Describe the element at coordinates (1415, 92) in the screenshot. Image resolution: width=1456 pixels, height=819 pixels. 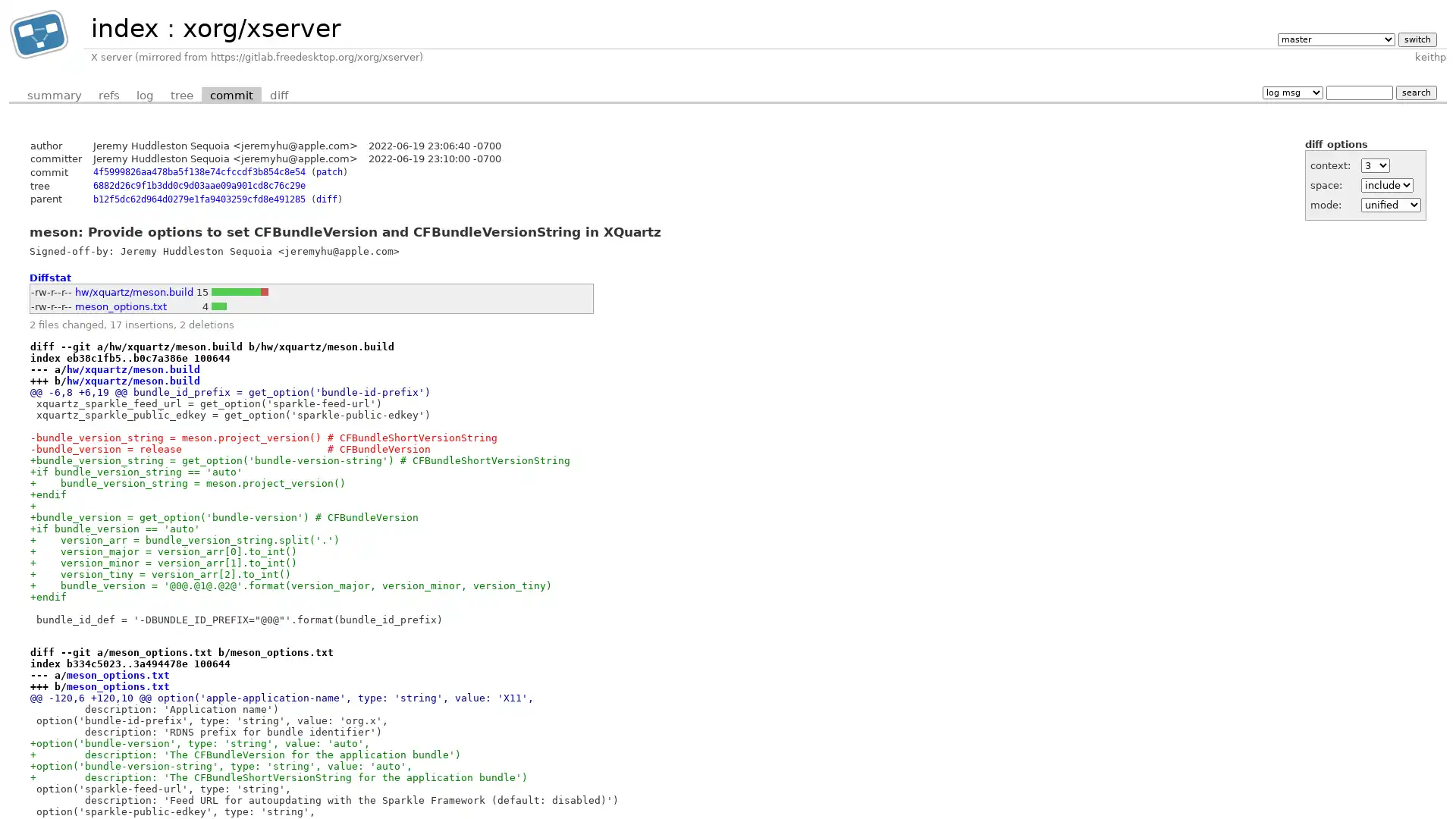
I see `search` at that location.